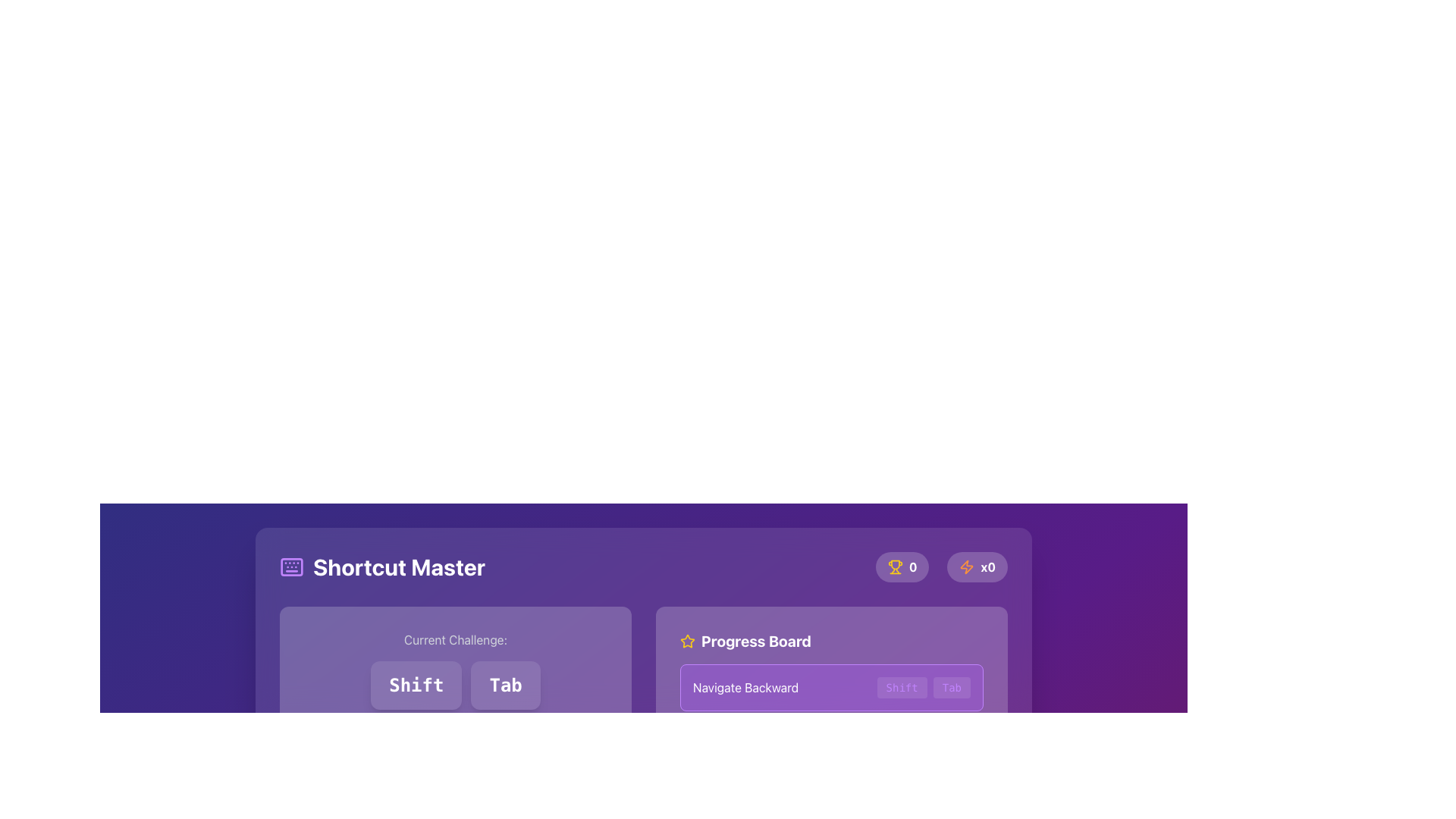 The width and height of the screenshot is (1456, 819). What do you see at coordinates (895, 567) in the screenshot?
I see `the trophy icon located in the top-right corner of the interface, which is styled in yellow and positioned to the left of the numeric count within a rounded rectangular button element` at bounding box center [895, 567].